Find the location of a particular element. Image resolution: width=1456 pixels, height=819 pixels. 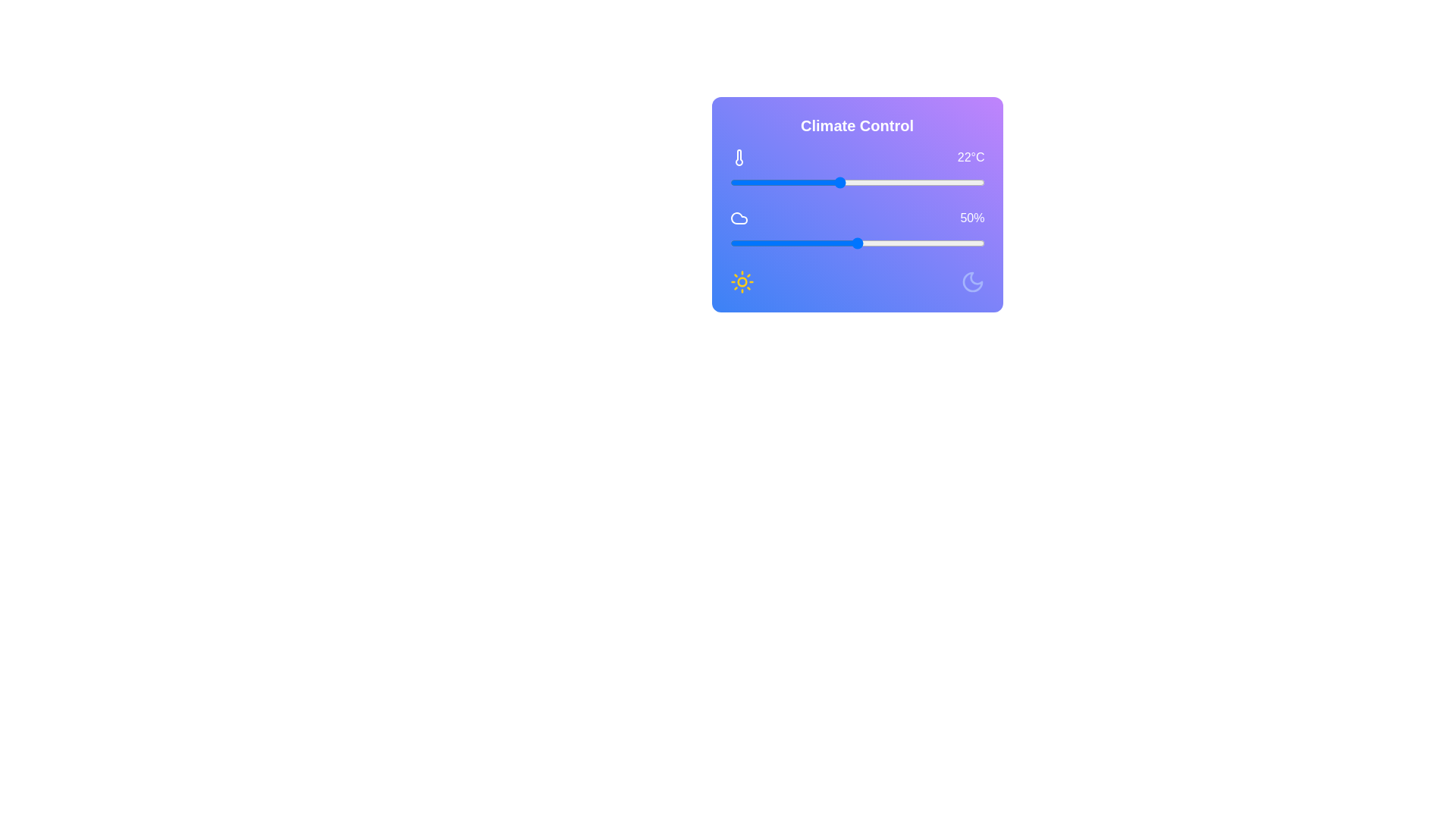

the slider value is located at coordinates (891, 242).